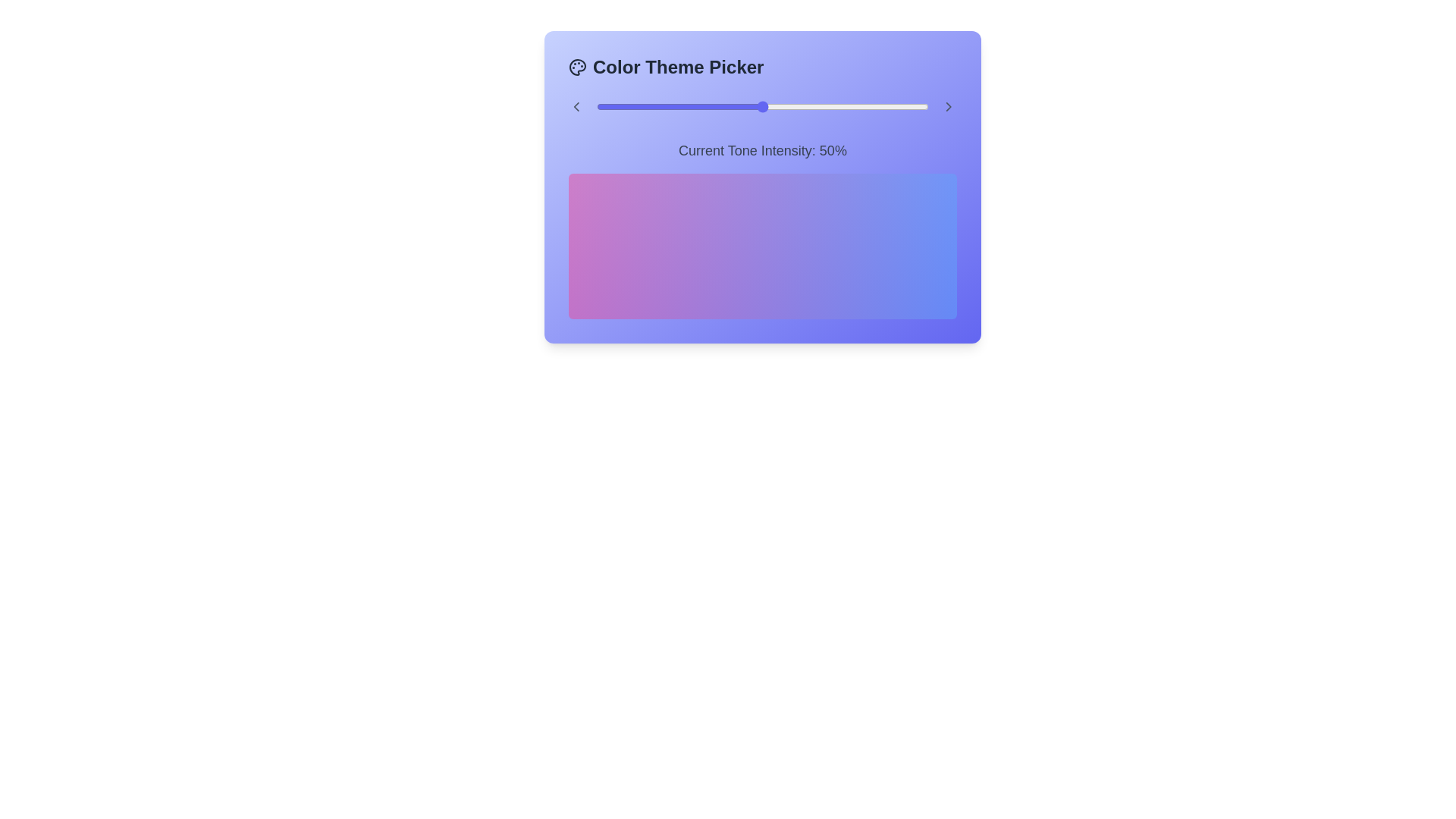 Image resolution: width=1456 pixels, height=819 pixels. What do you see at coordinates (915, 106) in the screenshot?
I see `the slider to set the color intensity to 96%` at bounding box center [915, 106].